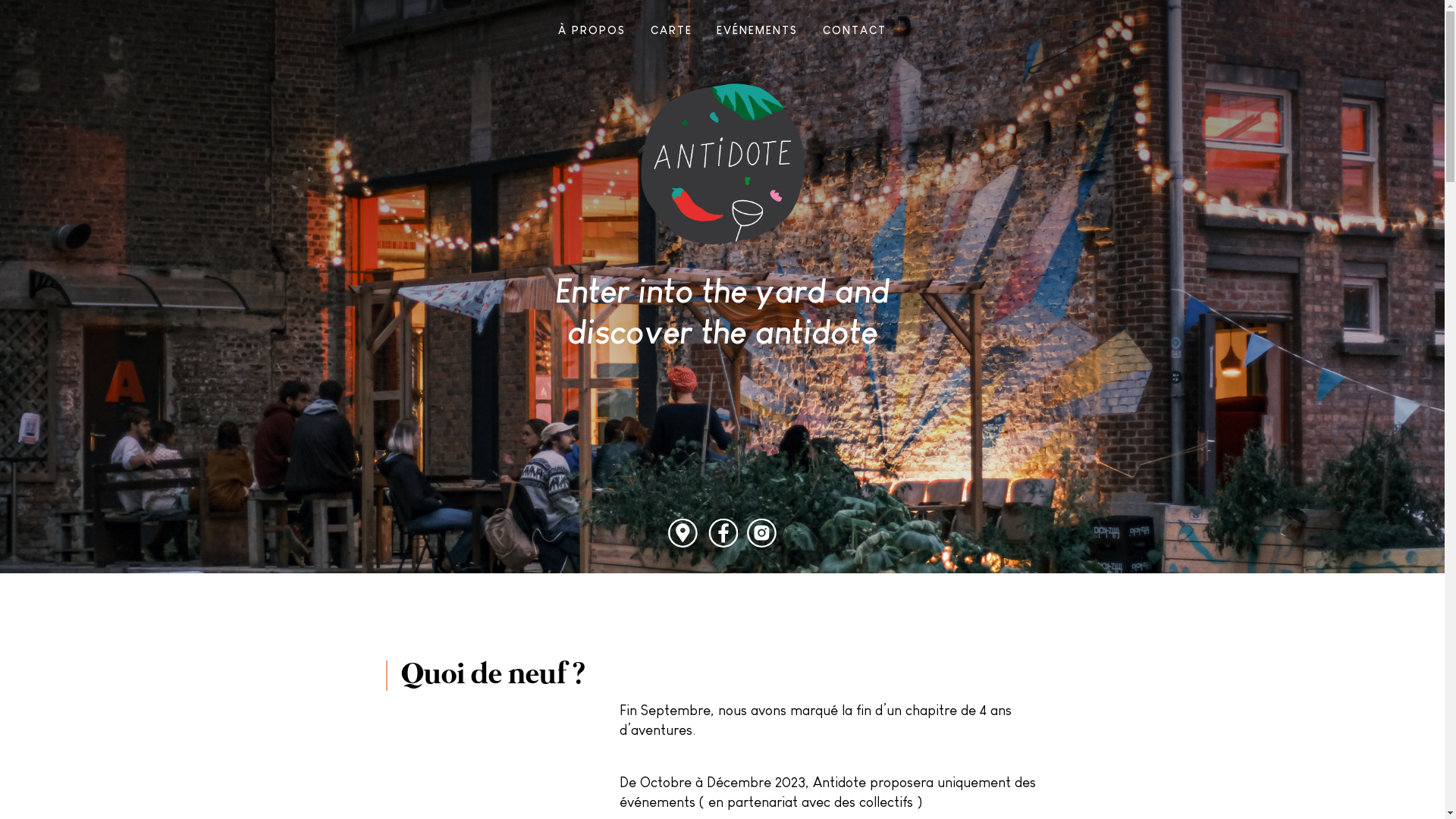 The width and height of the screenshot is (1456, 819). Describe the element at coordinates (761, 533) in the screenshot. I see `'Instagram'` at that location.